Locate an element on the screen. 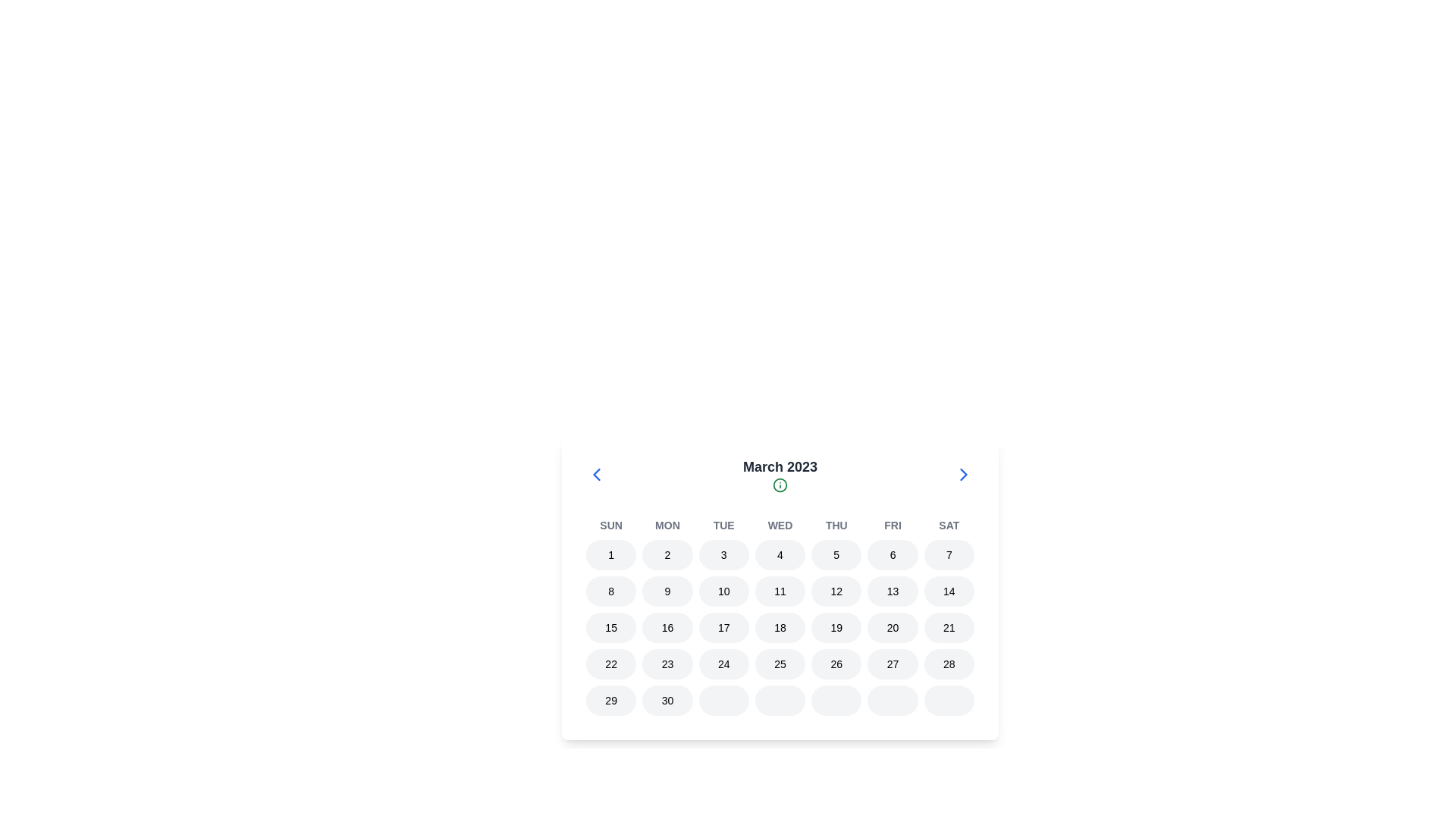 The width and height of the screenshot is (1456, 819). the selectable day '29' on the calendar interface is located at coordinates (611, 701).